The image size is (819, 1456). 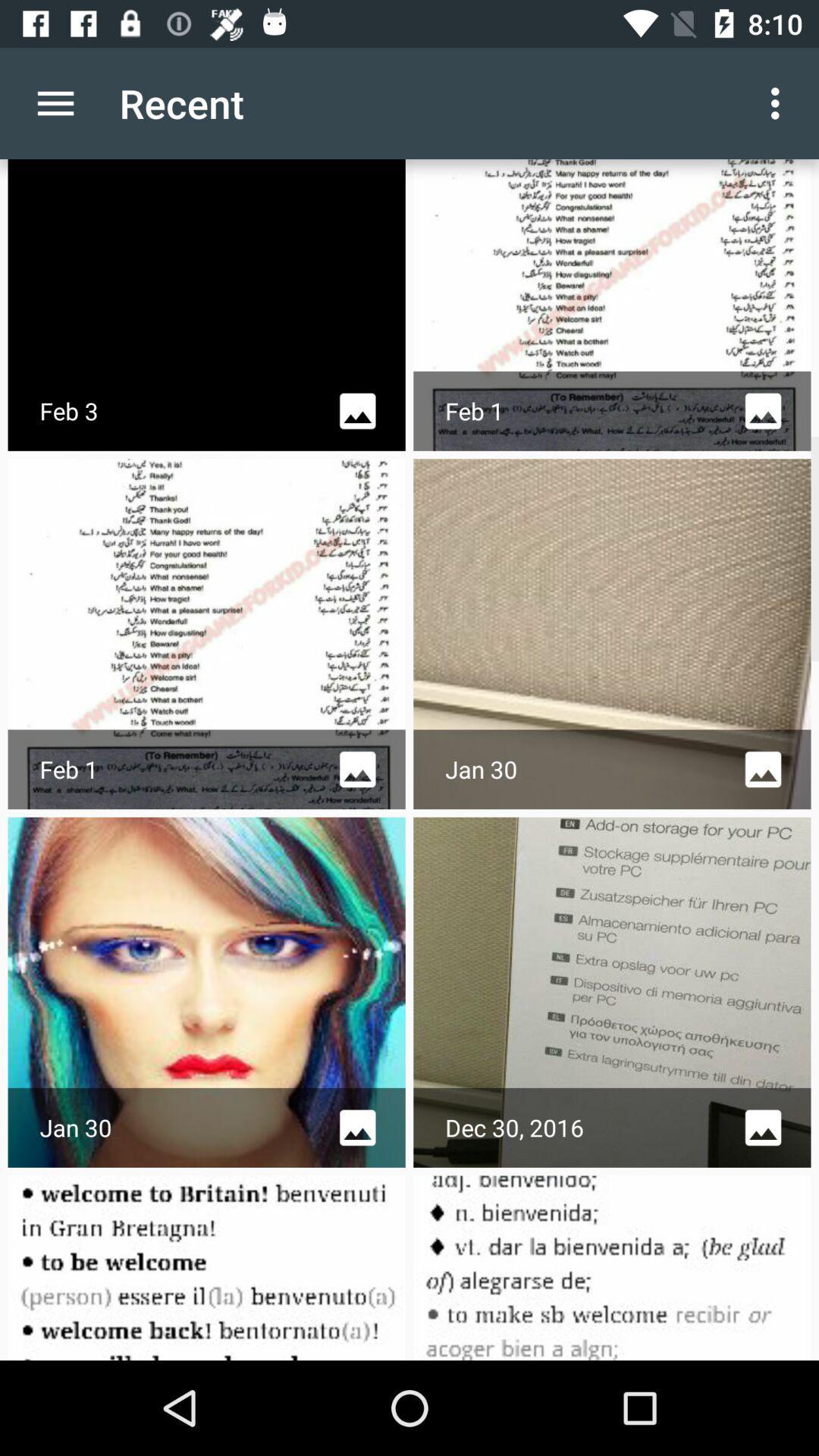 What do you see at coordinates (55, 102) in the screenshot?
I see `icon to the left of recent icon` at bounding box center [55, 102].